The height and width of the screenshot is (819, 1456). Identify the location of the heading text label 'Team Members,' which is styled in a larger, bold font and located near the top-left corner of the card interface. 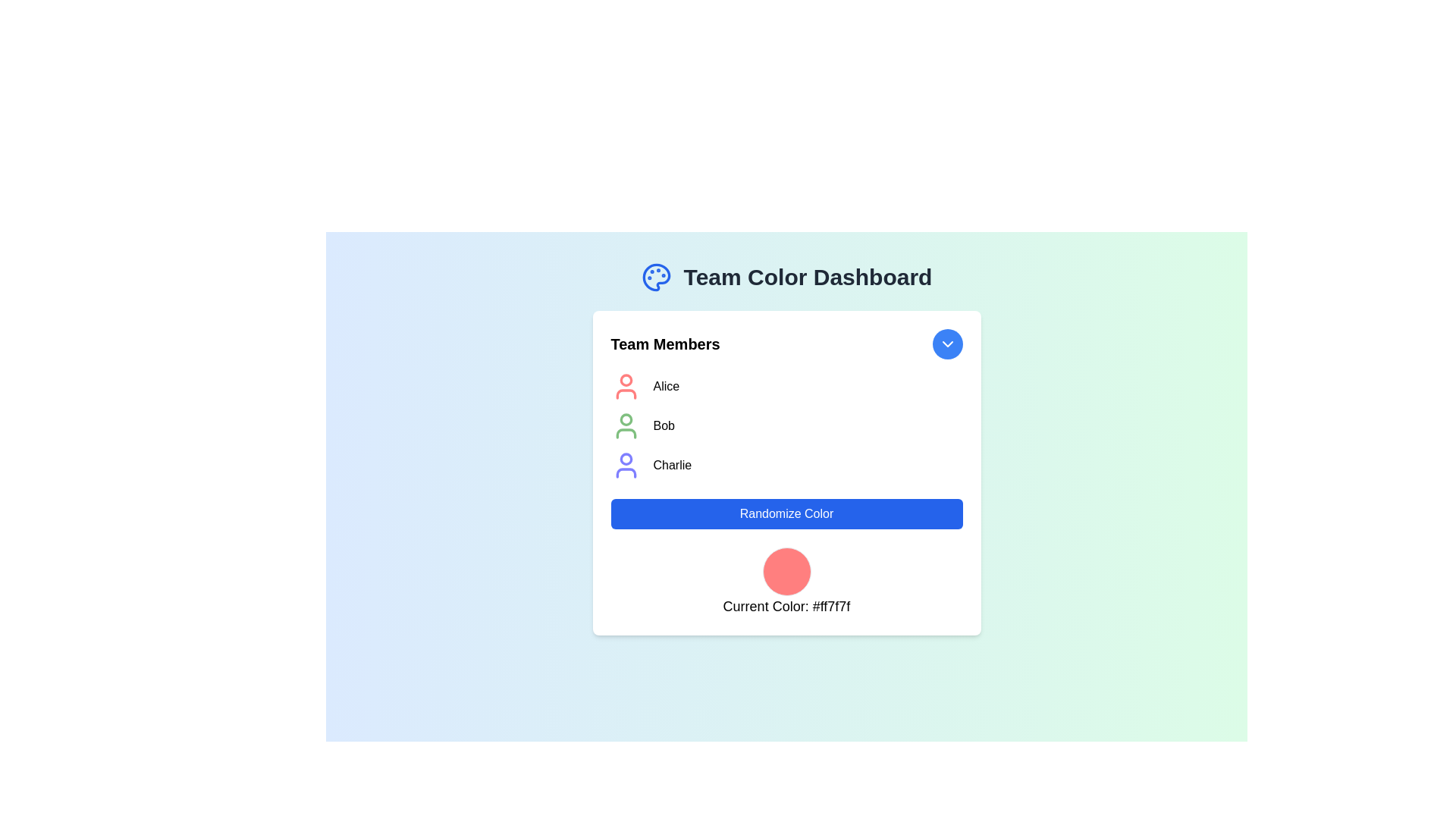
(665, 344).